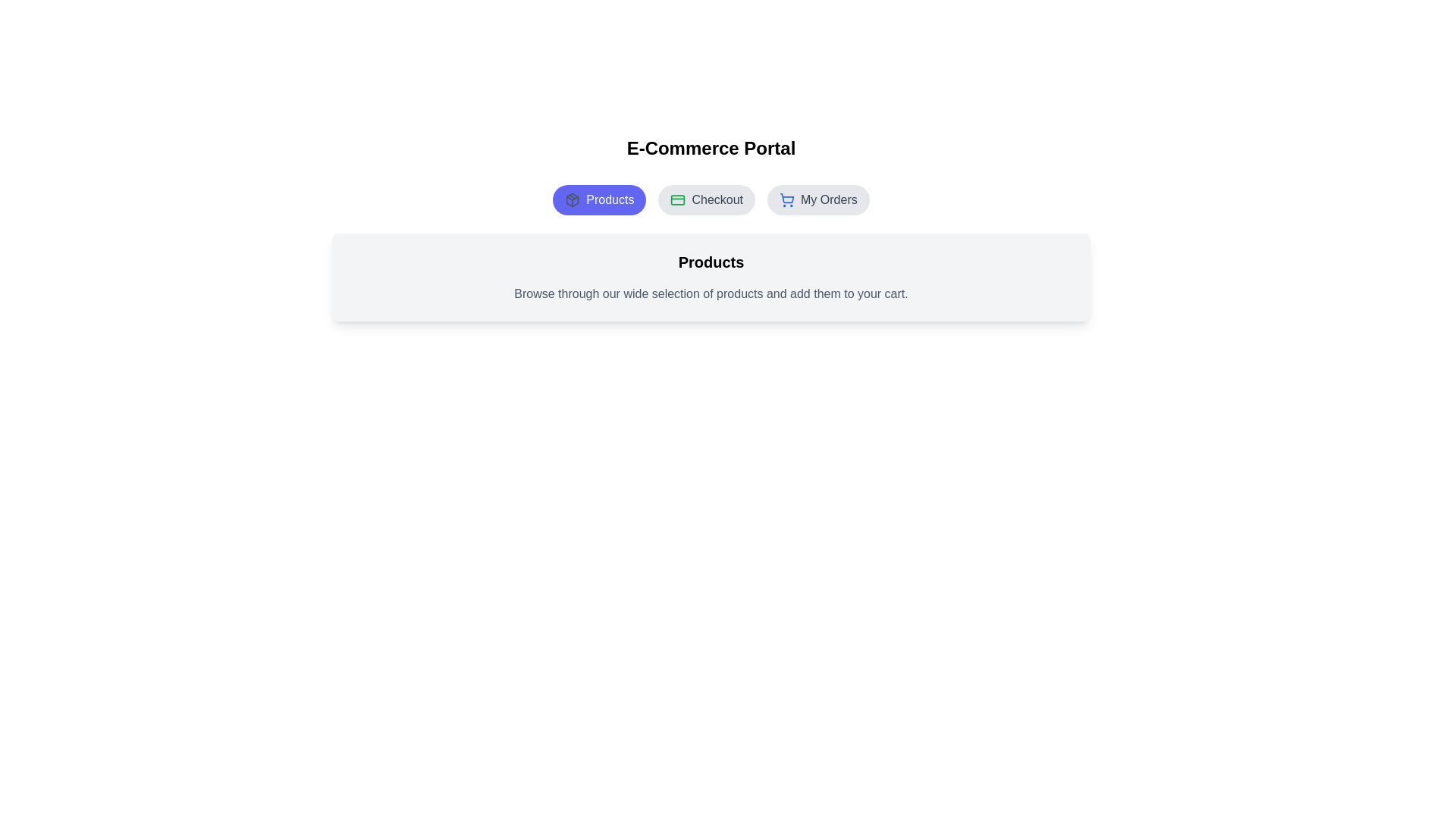  Describe the element at coordinates (598, 199) in the screenshot. I see `the tab Products by clicking its button` at that location.